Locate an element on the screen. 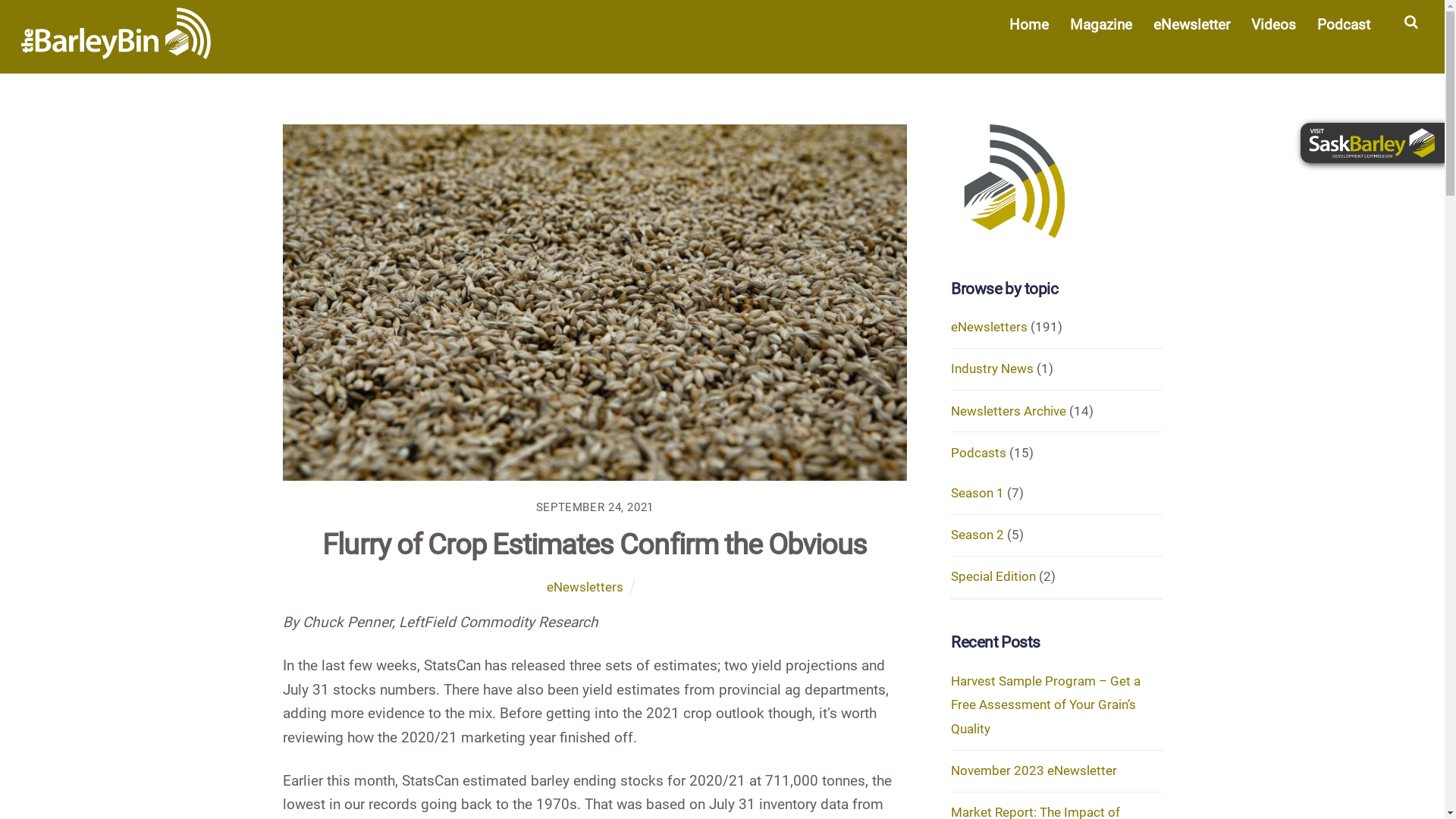  'Special Edition' is located at coordinates (993, 576).